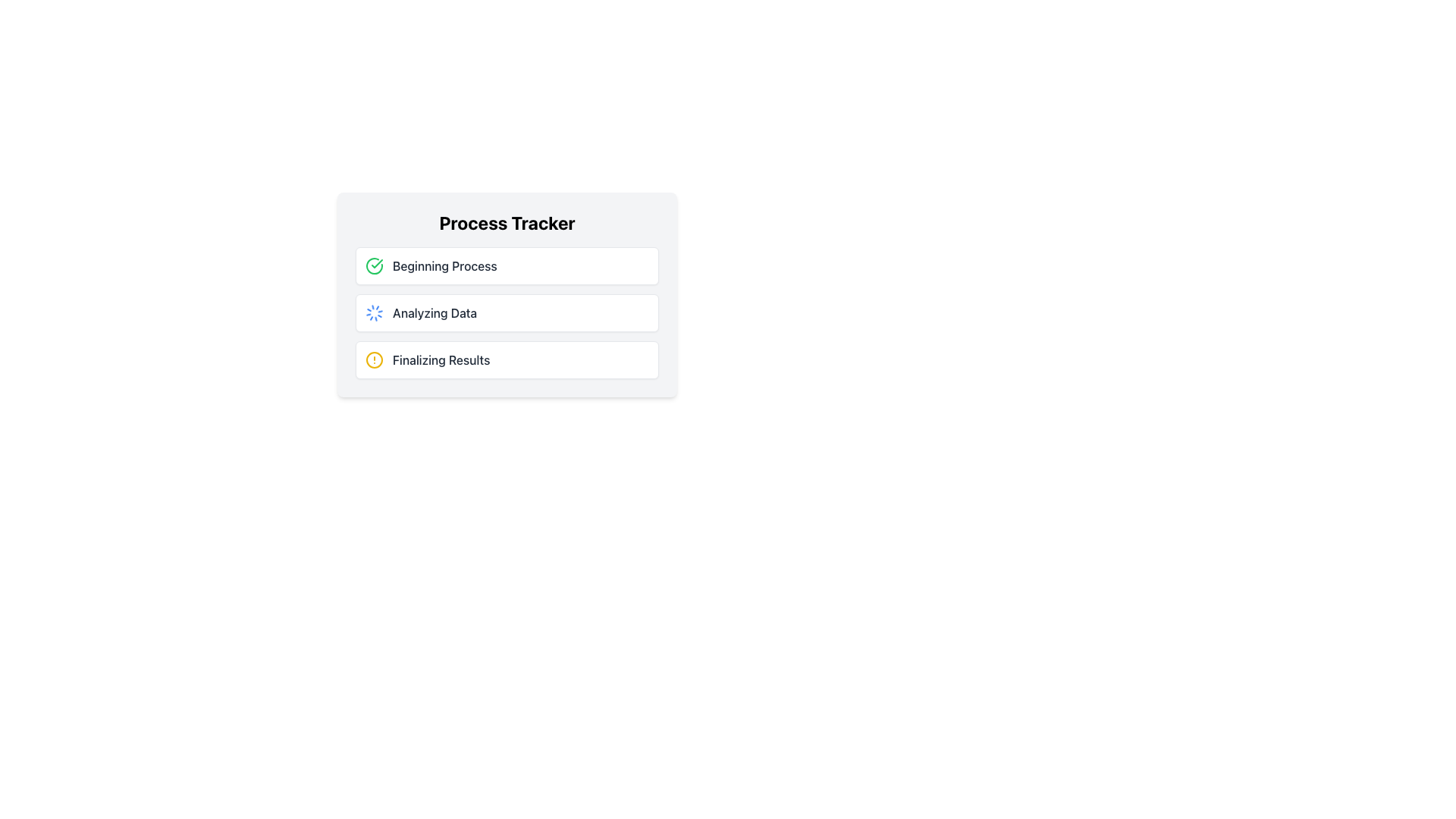  Describe the element at coordinates (507, 312) in the screenshot. I see `the Status Indicator labeled 'Analyzing Data', which is the second item in the process tracker list, positioned between 'Beginning Process' and 'Finalizing Results'` at that location.